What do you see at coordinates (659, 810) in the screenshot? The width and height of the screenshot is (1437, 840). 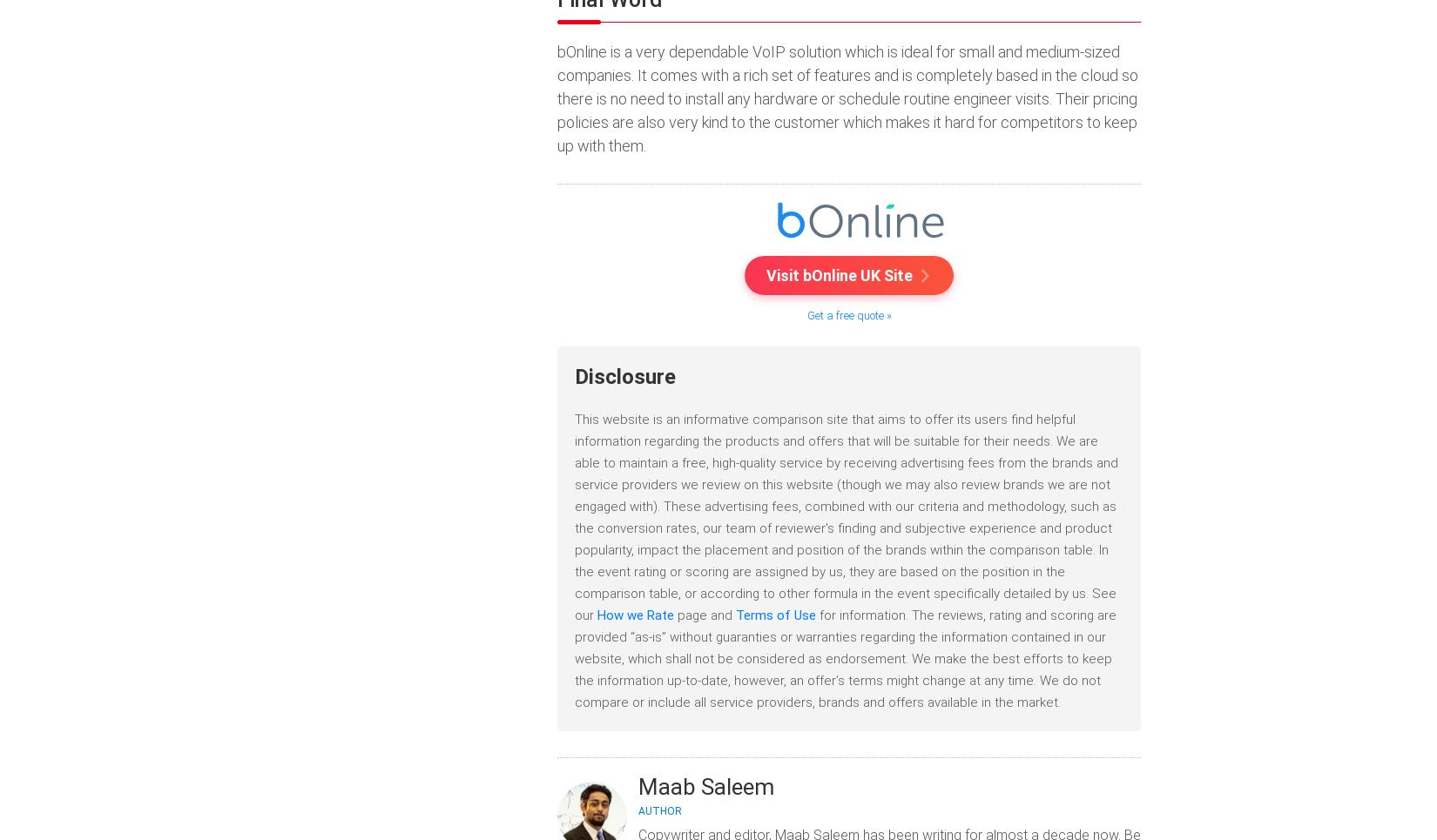 I see `'author'` at bounding box center [659, 810].